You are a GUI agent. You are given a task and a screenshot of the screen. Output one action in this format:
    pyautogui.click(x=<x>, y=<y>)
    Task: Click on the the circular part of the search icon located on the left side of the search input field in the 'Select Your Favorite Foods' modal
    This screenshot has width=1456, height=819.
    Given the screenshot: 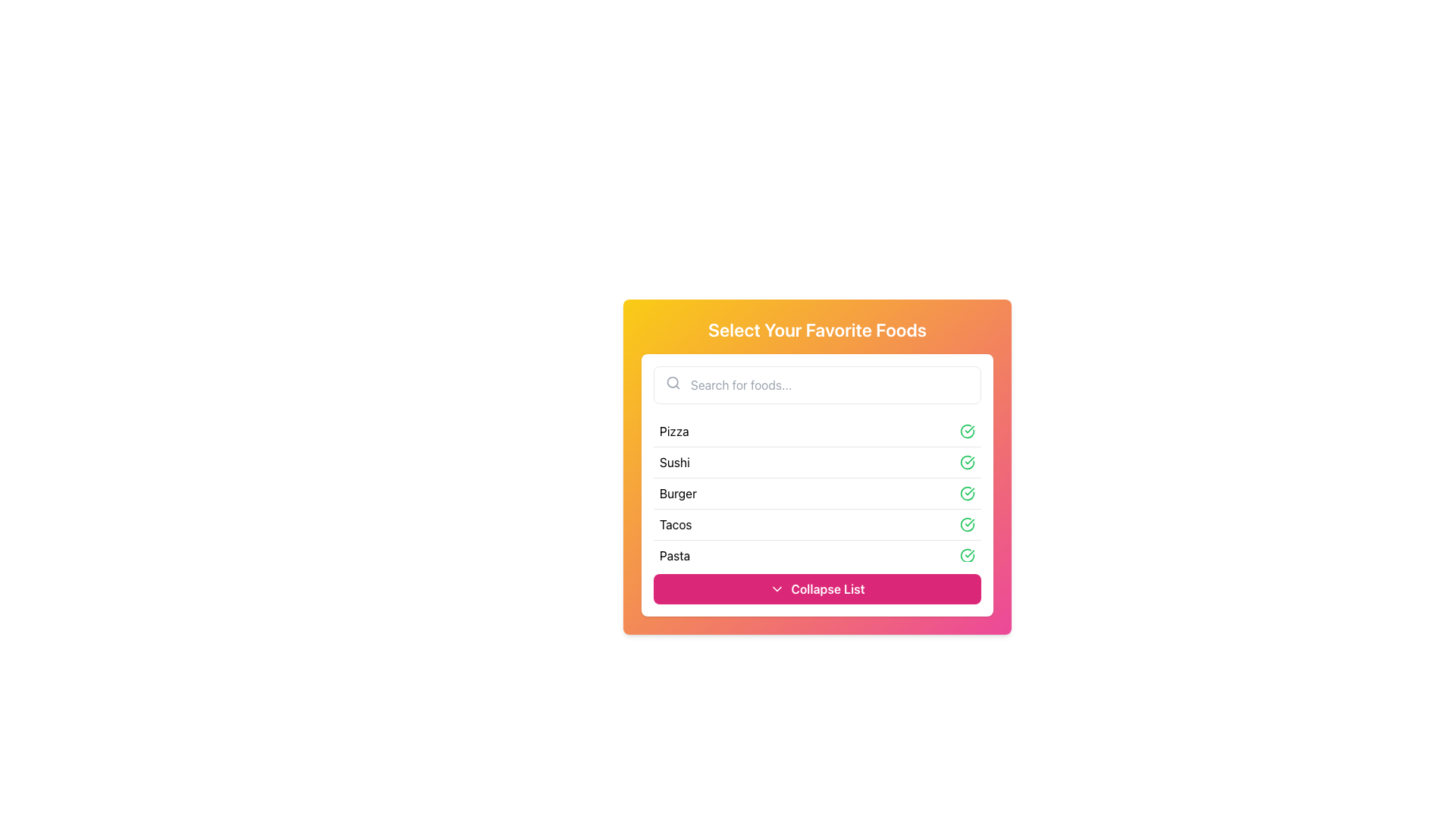 What is the action you would take?
    pyautogui.click(x=672, y=381)
    